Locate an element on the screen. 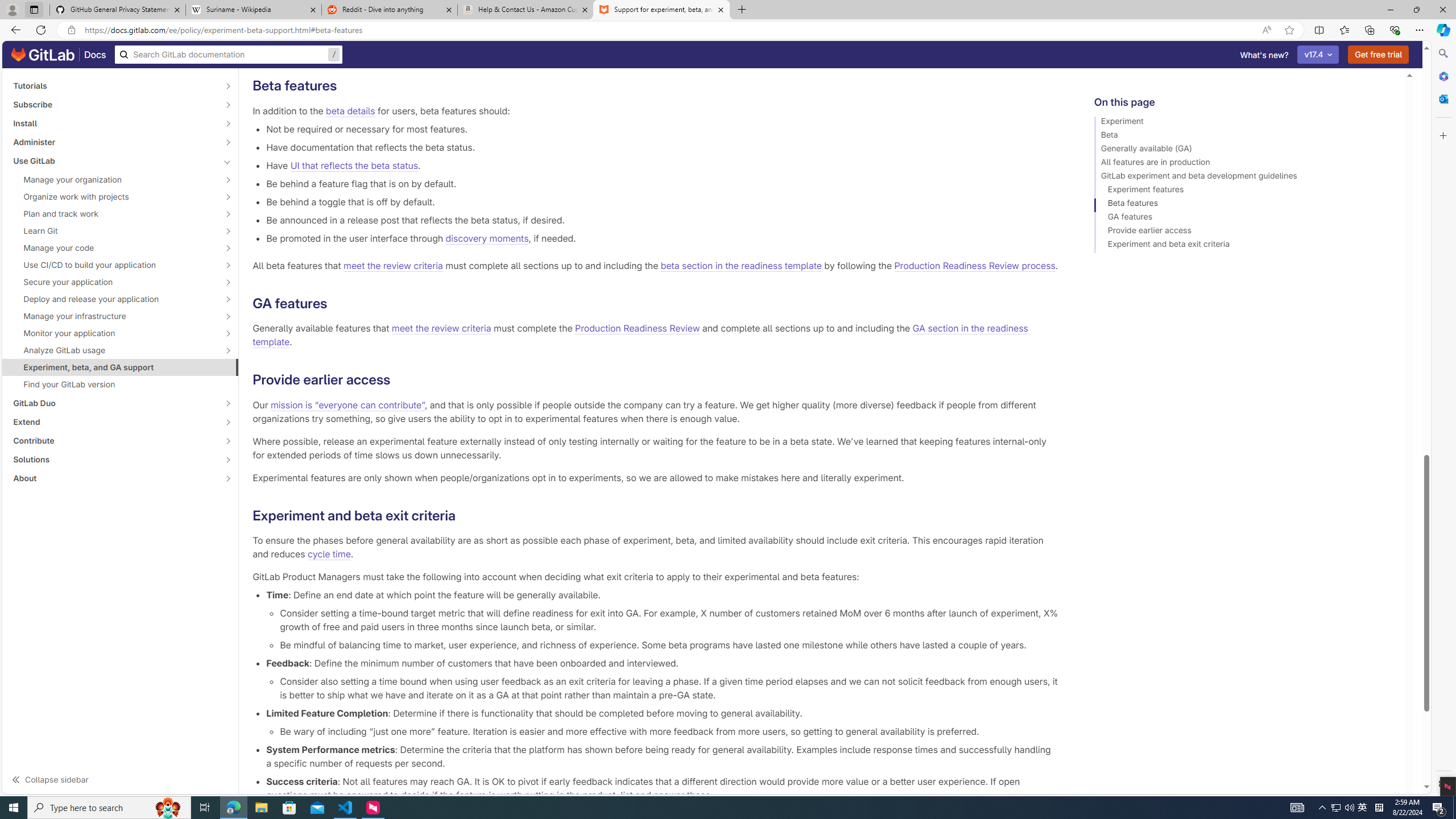 The height and width of the screenshot is (819, 1456). 'beta section in the readiness template' is located at coordinates (741, 266).